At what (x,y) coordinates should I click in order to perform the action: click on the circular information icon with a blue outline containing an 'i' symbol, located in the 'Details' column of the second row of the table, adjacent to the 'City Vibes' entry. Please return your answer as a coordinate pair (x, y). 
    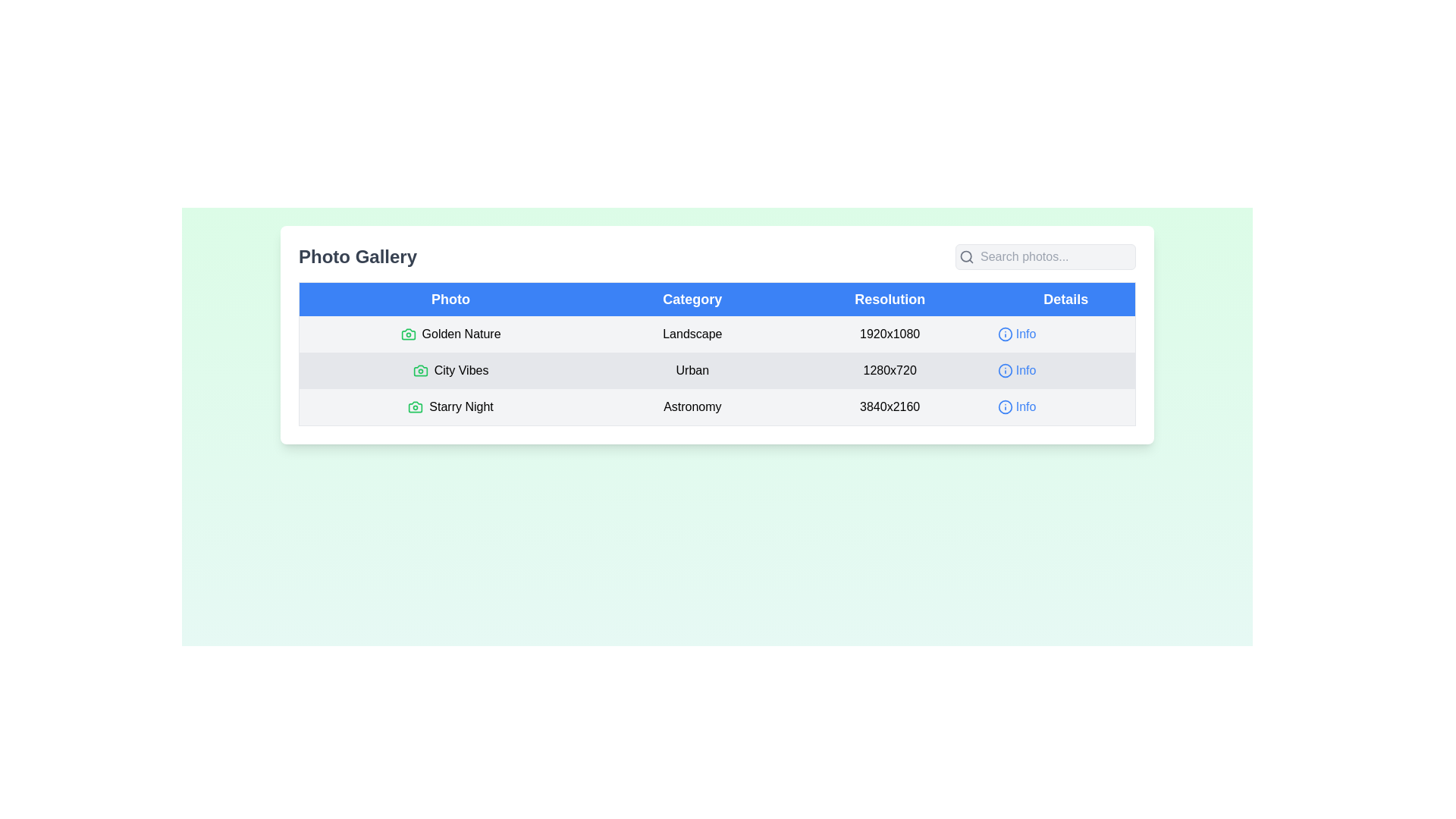
    Looking at the image, I should click on (1005, 371).